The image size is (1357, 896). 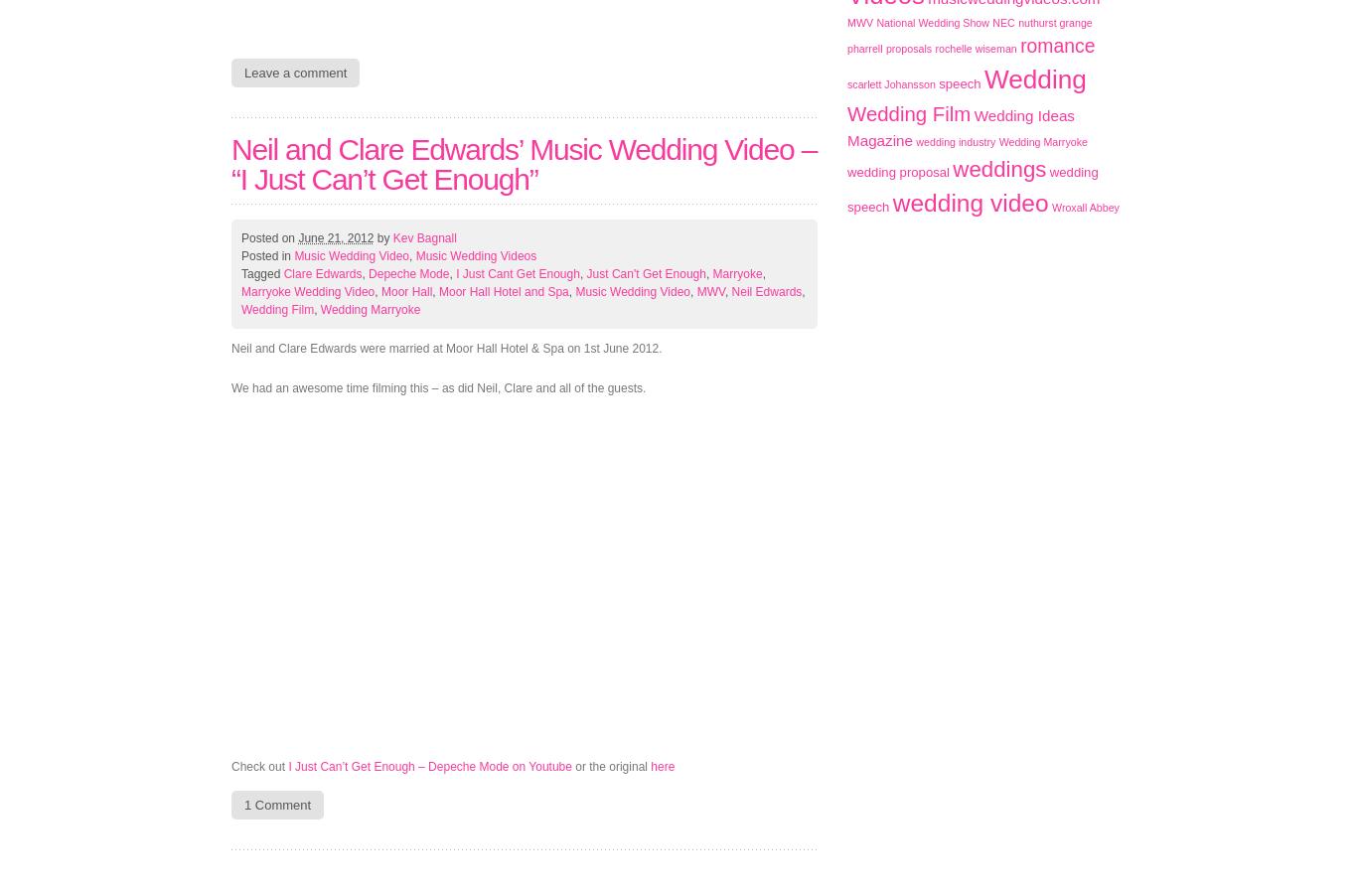 I want to click on 'National Wedding Show', so click(x=932, y=22).